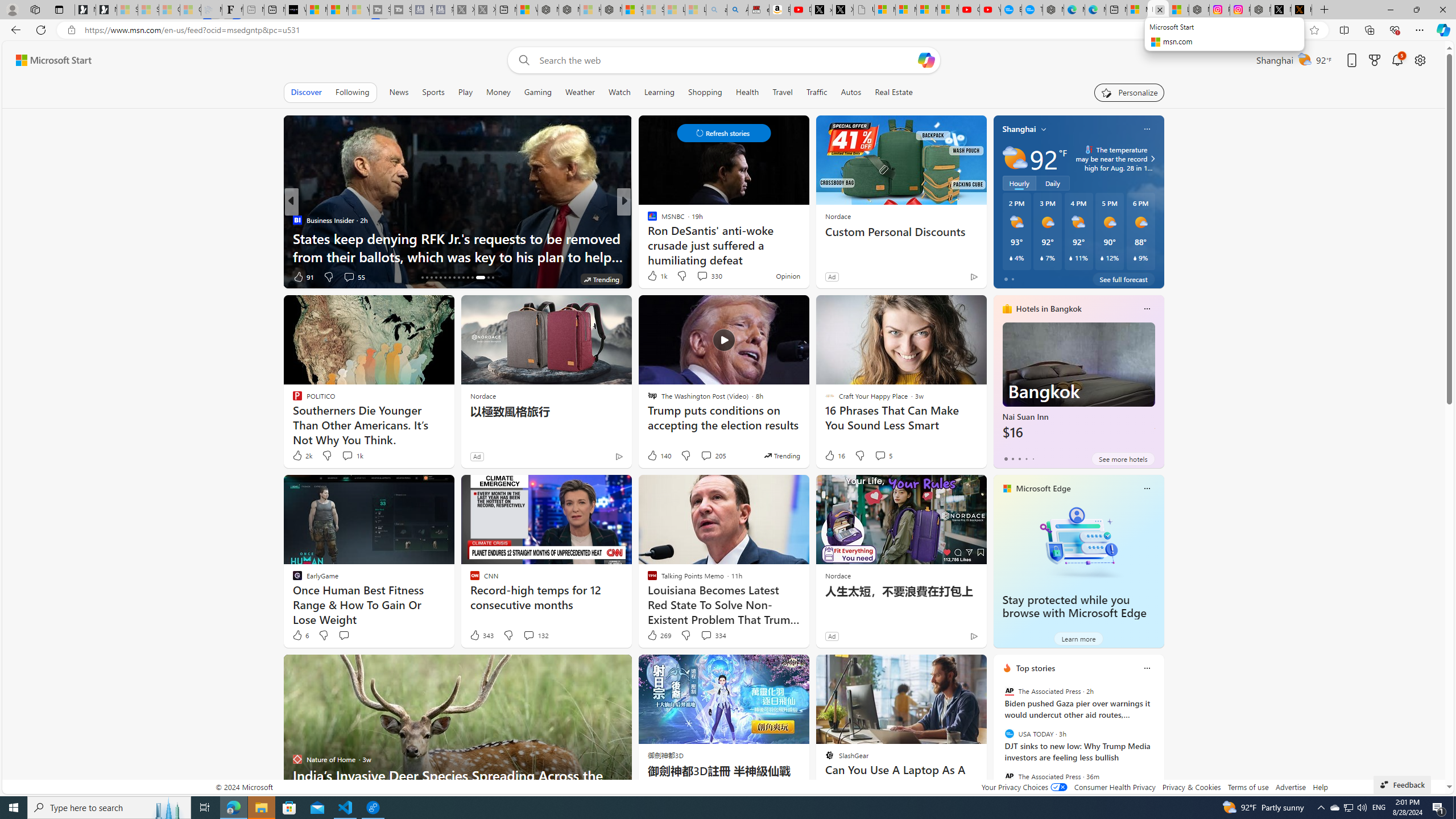 The height and width of the screenshot is (819, 1456). What do you see at coordinates (1006, 309) in the screenshot?
I see `'hotels-header-icon'` at bounding box center [1006, 309].